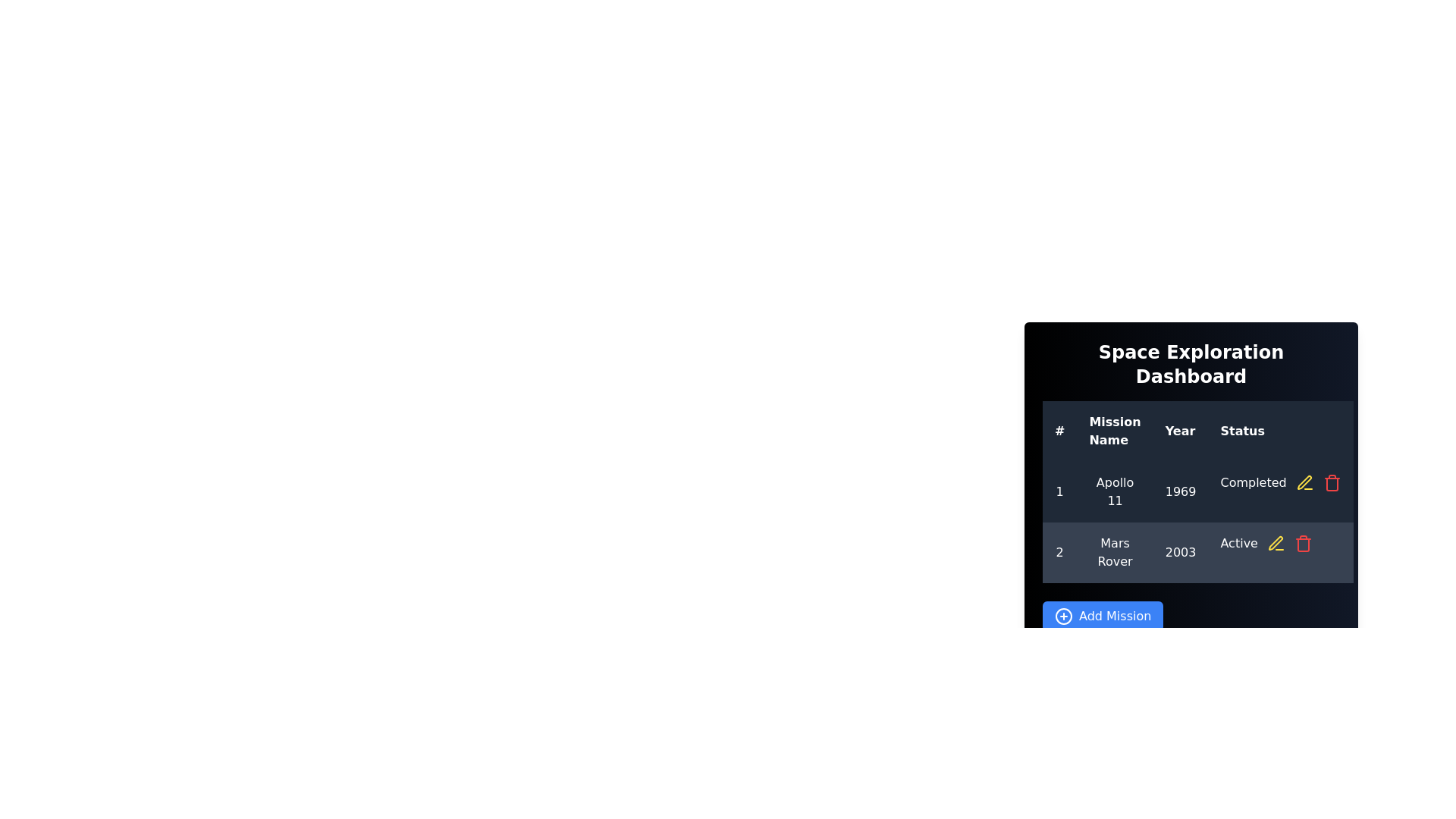 Image resolution: width=1456 pixels, height=819 pixels. I want to click on the 'Mars Rover' text label located in the second row under the 'Mission Name' column of the structured data table, so click(1115, 553).